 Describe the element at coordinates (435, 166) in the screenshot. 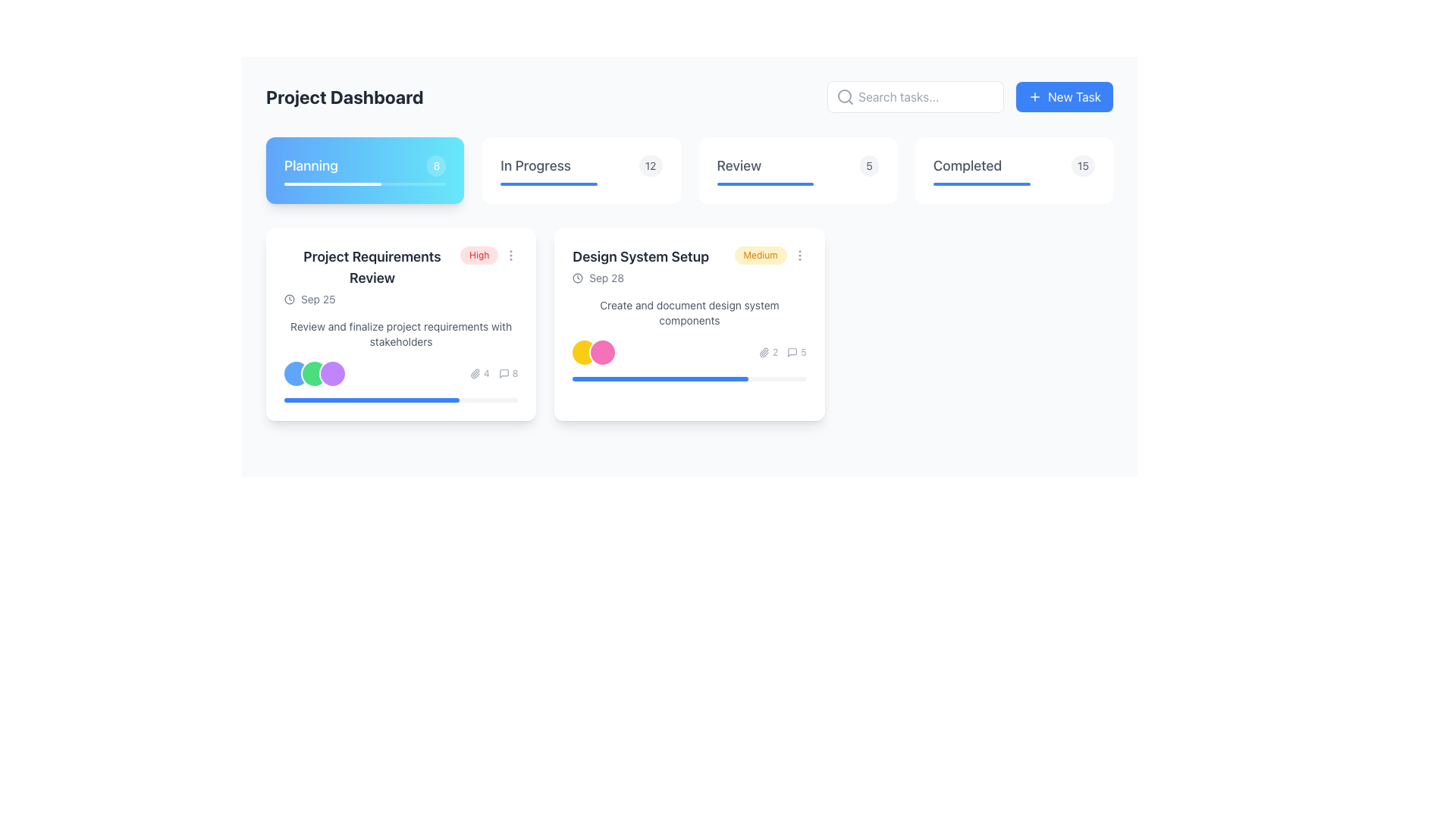

I see `the numeric counter displaying the value '8' associated with the 'Planning' category, which is located near the top-left quadrant of the dashboard, aligned horizontally next to the 'Planning' text label` at that location.